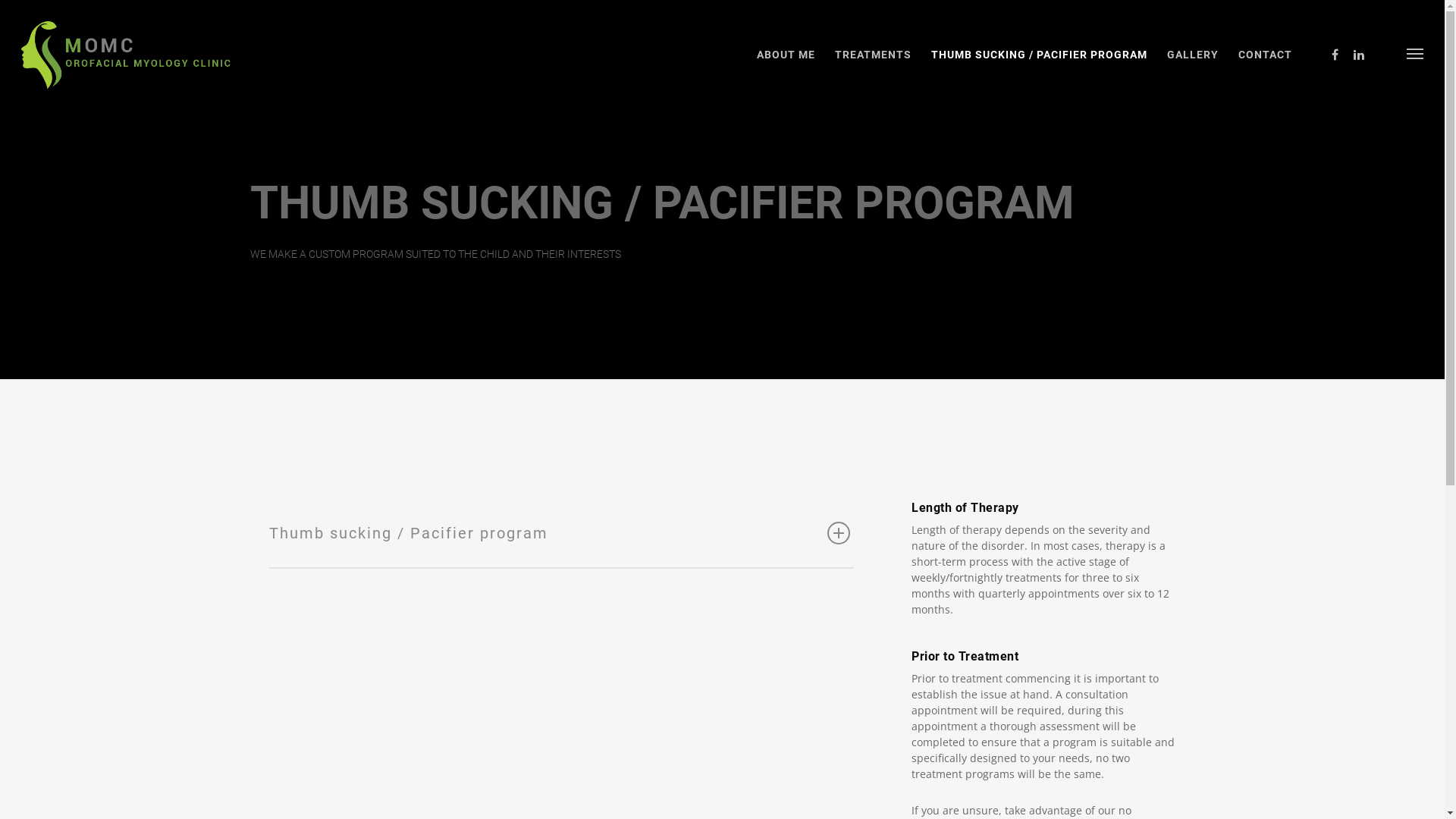 The height and width of the screenshot is (819, 1456). Describe the element at coordinates (1038, 65) in the screenshot. I see `'THUMB SUCKING / PACIFIER PROGRAM'` at that location.